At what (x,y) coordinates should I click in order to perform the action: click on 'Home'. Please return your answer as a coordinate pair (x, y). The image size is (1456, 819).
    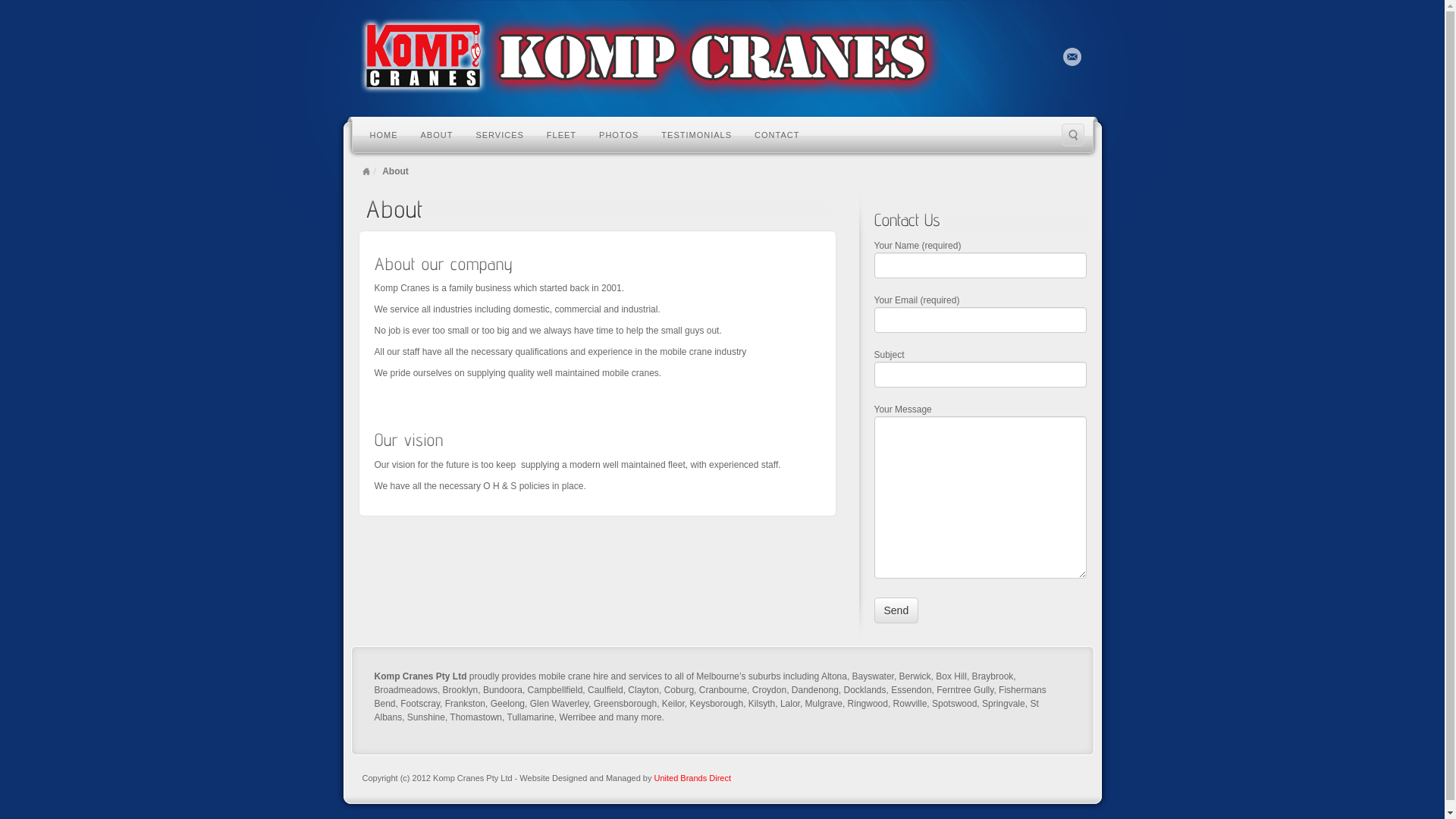
    Looking at the image, I should click on (366, 171).